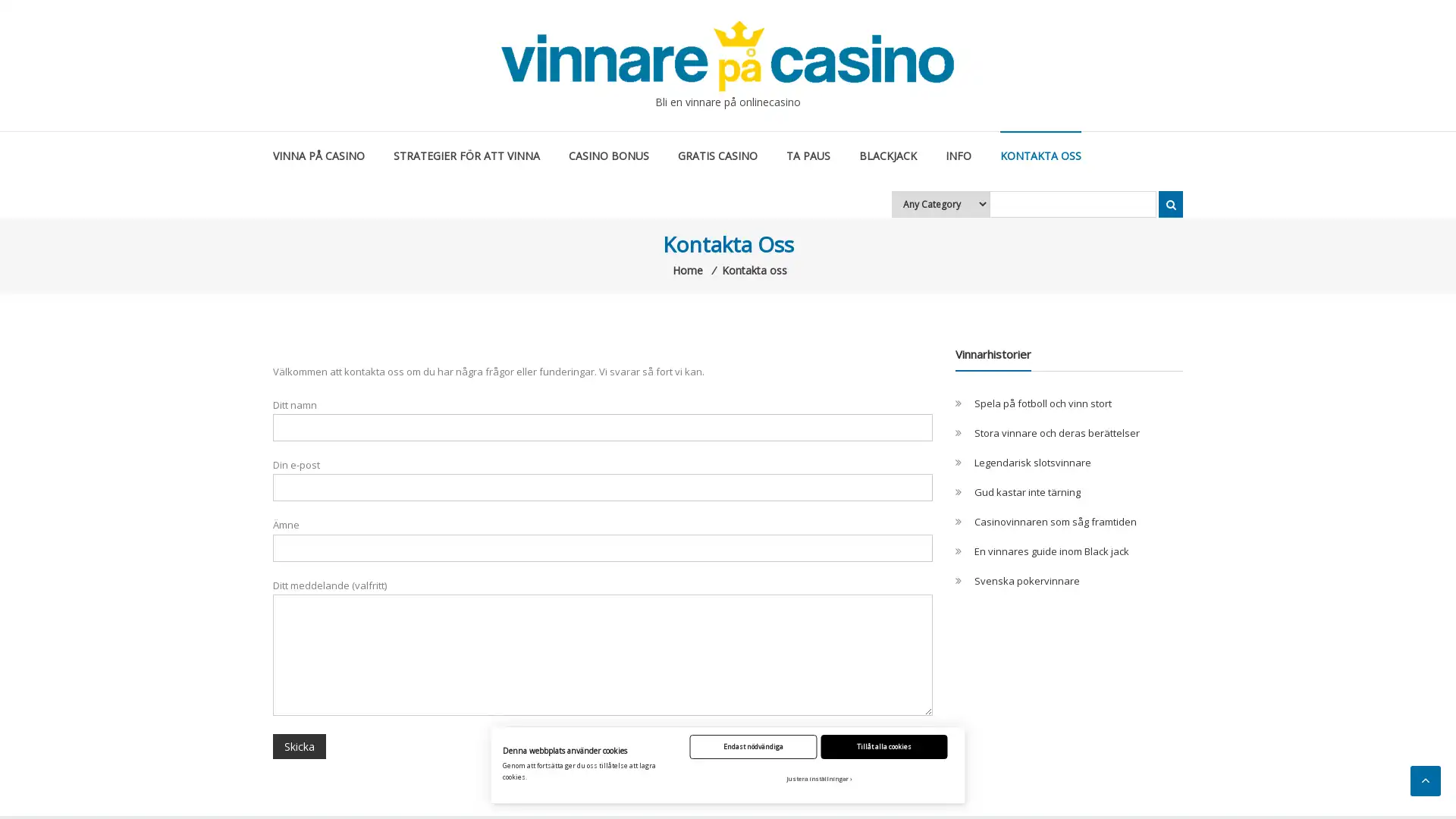 The image size is (1456, 819). What do you see at coordinates (299, 745) in the screenshot?
I see `Skicka` at bounding box center [299, 745].